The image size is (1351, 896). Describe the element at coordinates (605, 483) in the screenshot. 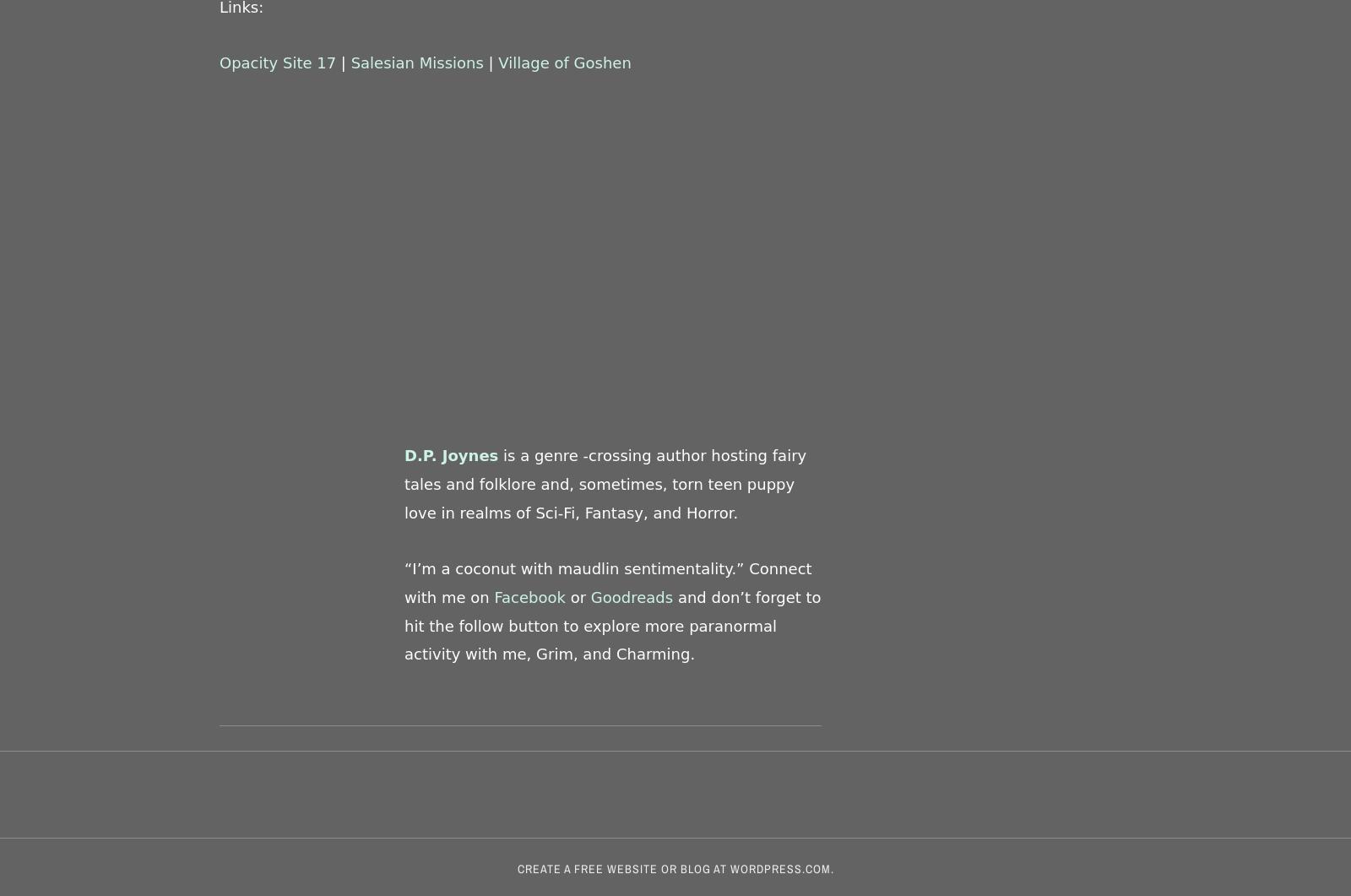

I see `'is a genre -crossing author hosting fairy tales and folklore and, sometimes, torn teen puppy love in realms of Sci-Fi, Fantasy, and Horror.'` at that location.